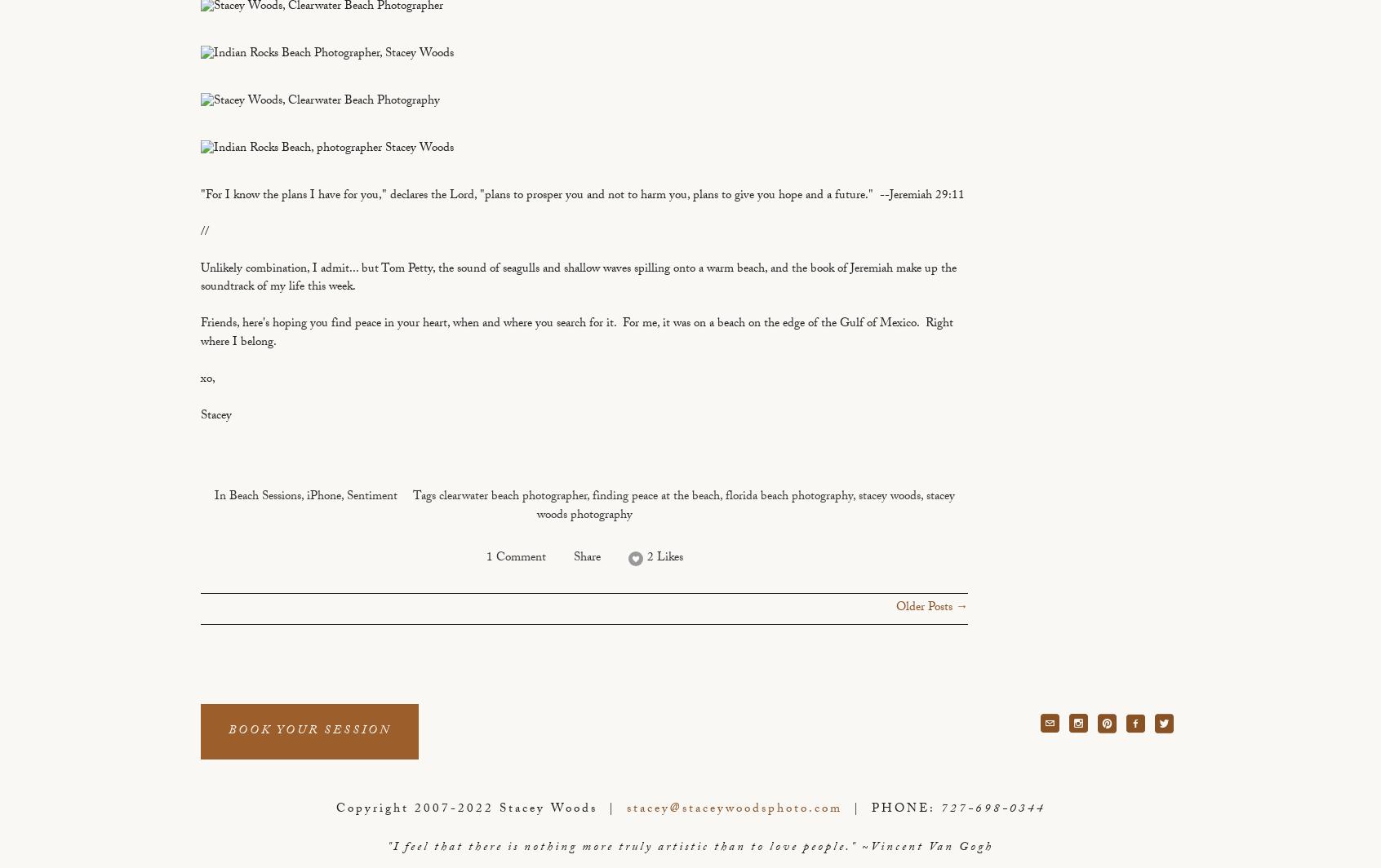 This screenshot has width=1381, height=868. I want to click on '"For I know the plans I have for you," declares the Lord, "plans to prosper you and not to harm you, plans to give you hope and a future."  --Jeremiah 29:11', so click(582, 196).